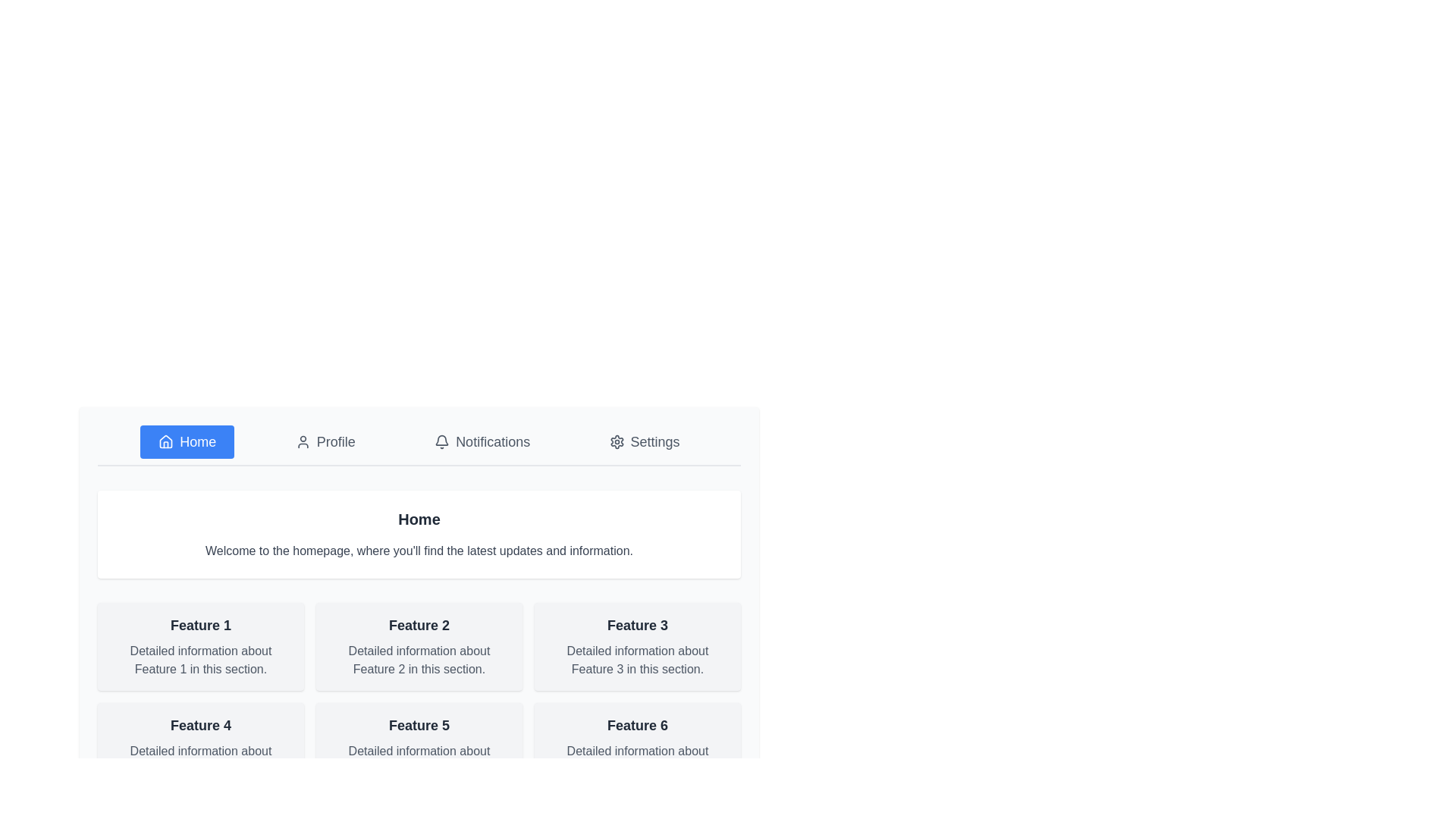 Image resolution: width=1456 pixels, height=819 pixels. I want to click on the Informational card labeled 'Feature 2', which is a rounded rectangular card with a gray background located in the top row of a grid layout, so click(419, 646).